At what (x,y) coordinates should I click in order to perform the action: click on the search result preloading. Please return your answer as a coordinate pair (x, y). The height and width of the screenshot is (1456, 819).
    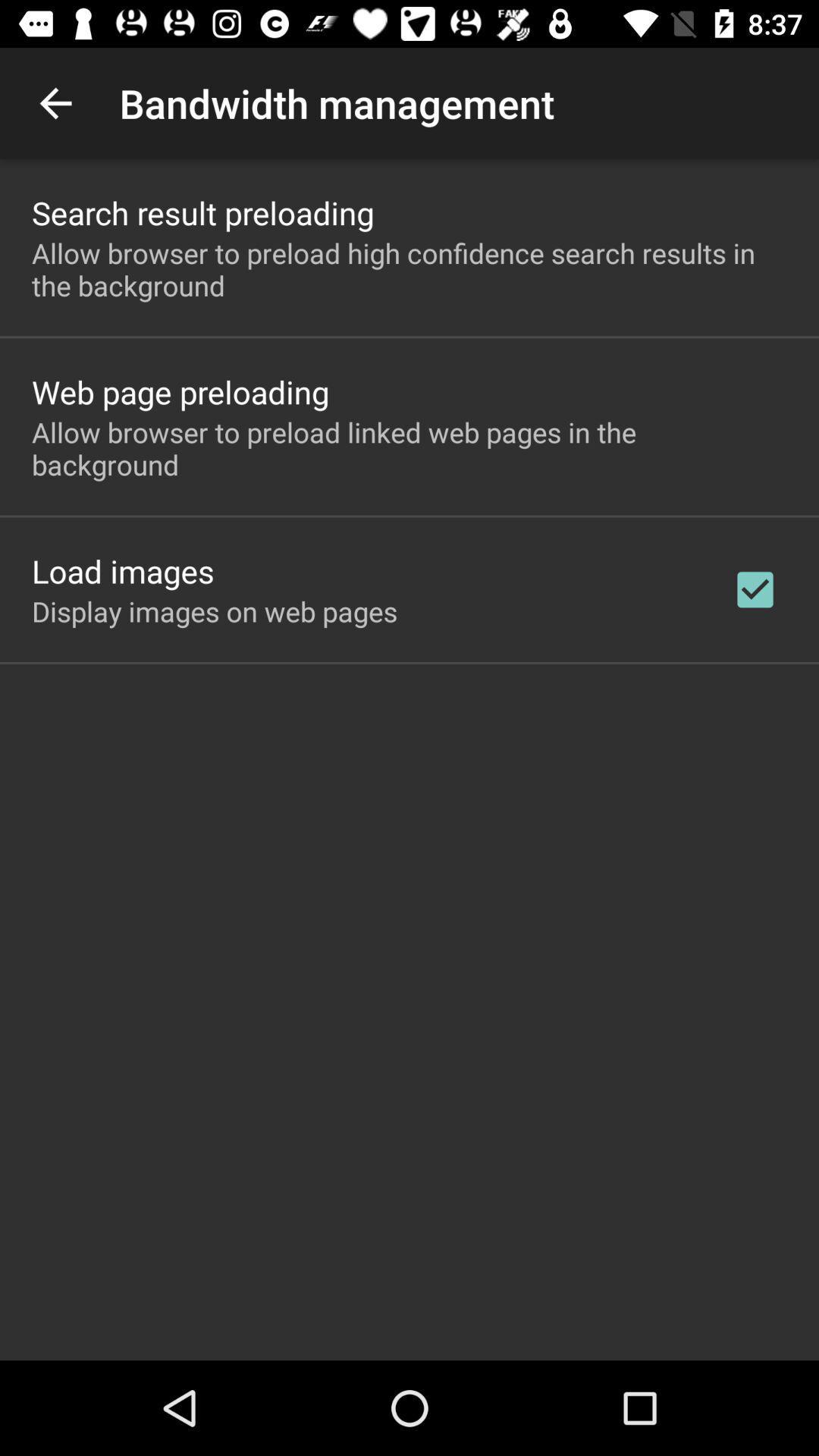
    Looking at the image, I should click on (202, 212).